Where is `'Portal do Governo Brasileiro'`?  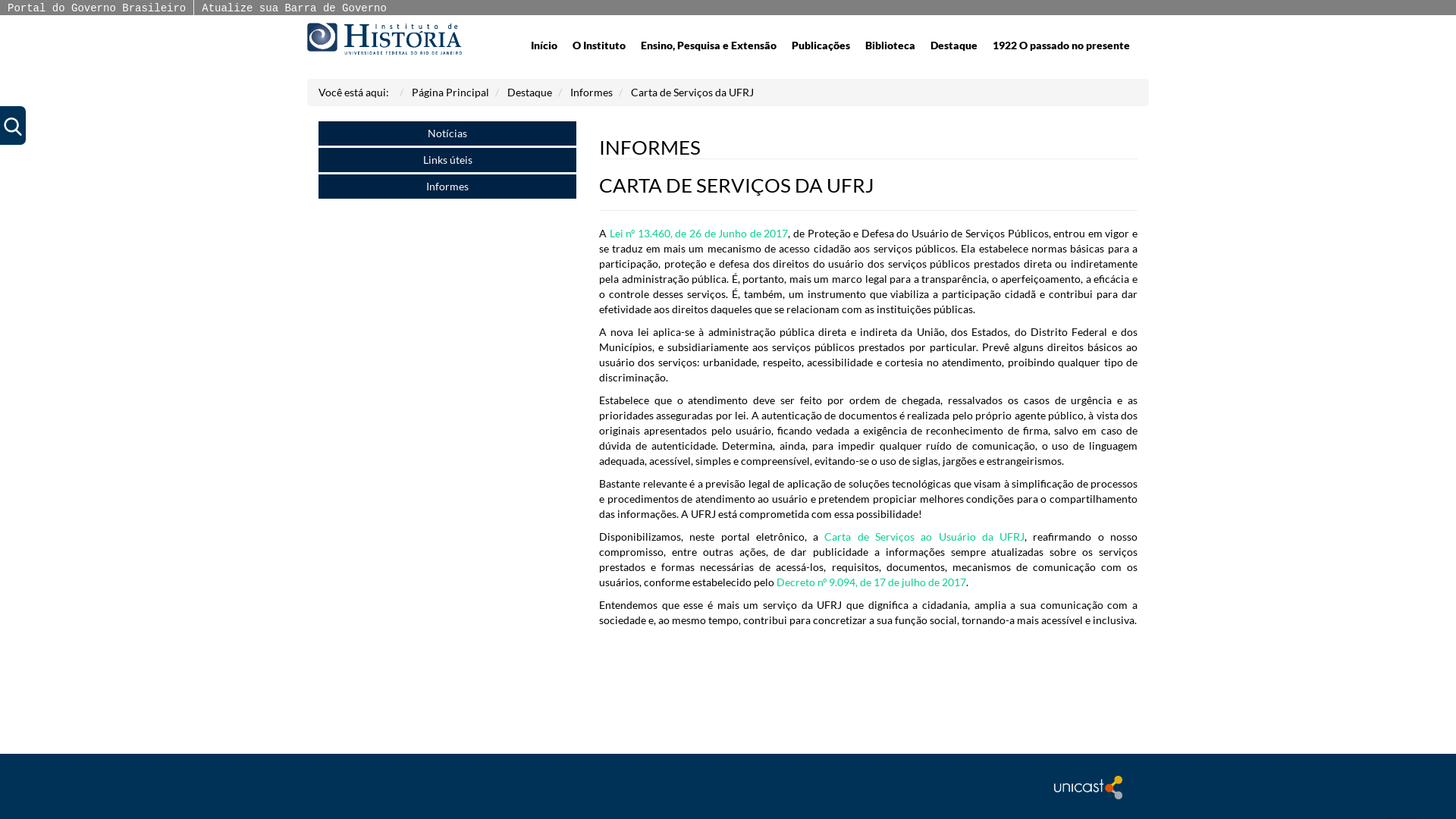
'Portal do Governo Brasileiro' is located at coordinates (96, 8).